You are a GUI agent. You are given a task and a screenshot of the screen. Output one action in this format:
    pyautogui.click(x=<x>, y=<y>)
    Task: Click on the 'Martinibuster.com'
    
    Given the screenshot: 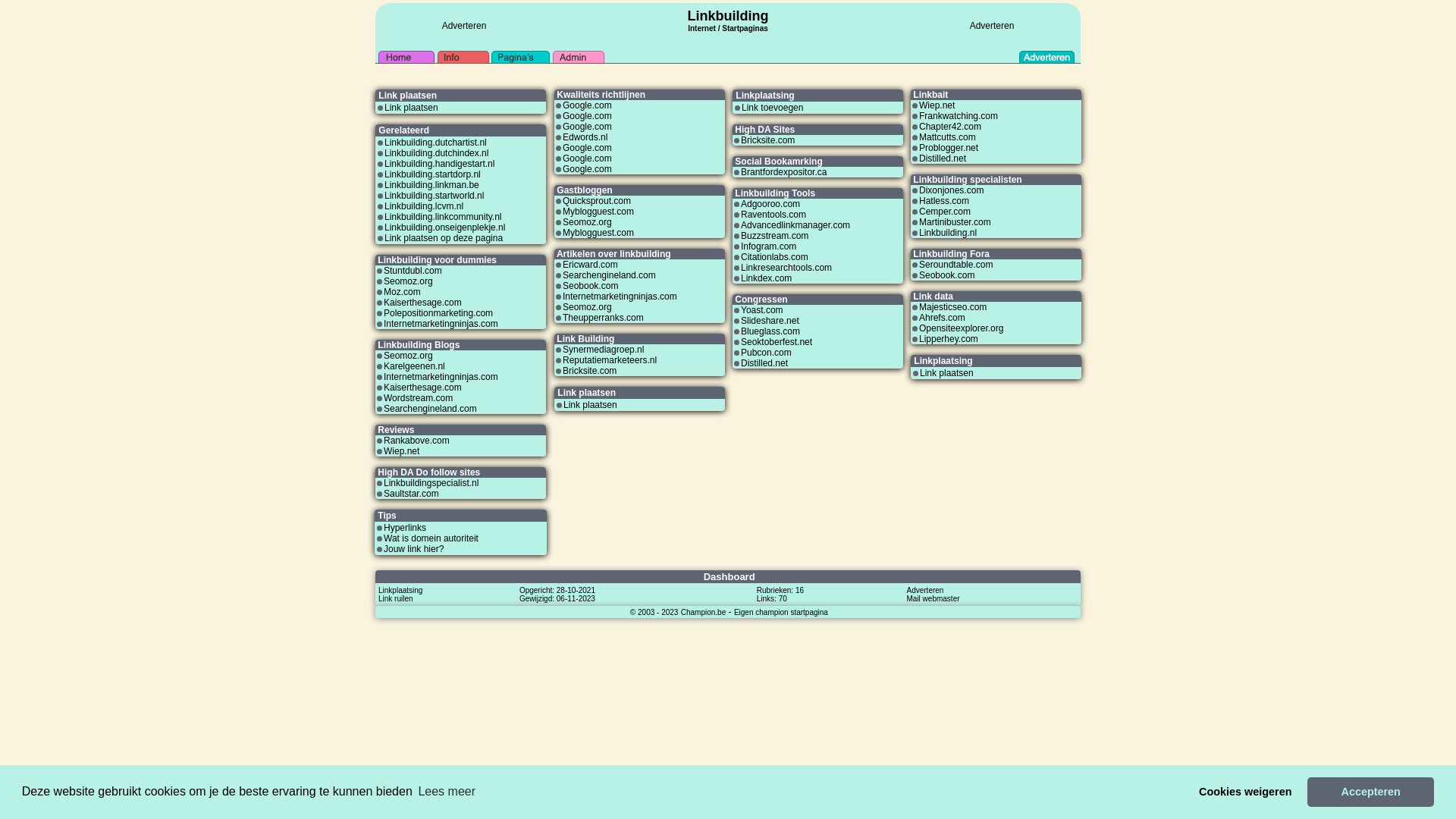 What is the action you would take?
    pyautogui.click(x=954, y=222)
    